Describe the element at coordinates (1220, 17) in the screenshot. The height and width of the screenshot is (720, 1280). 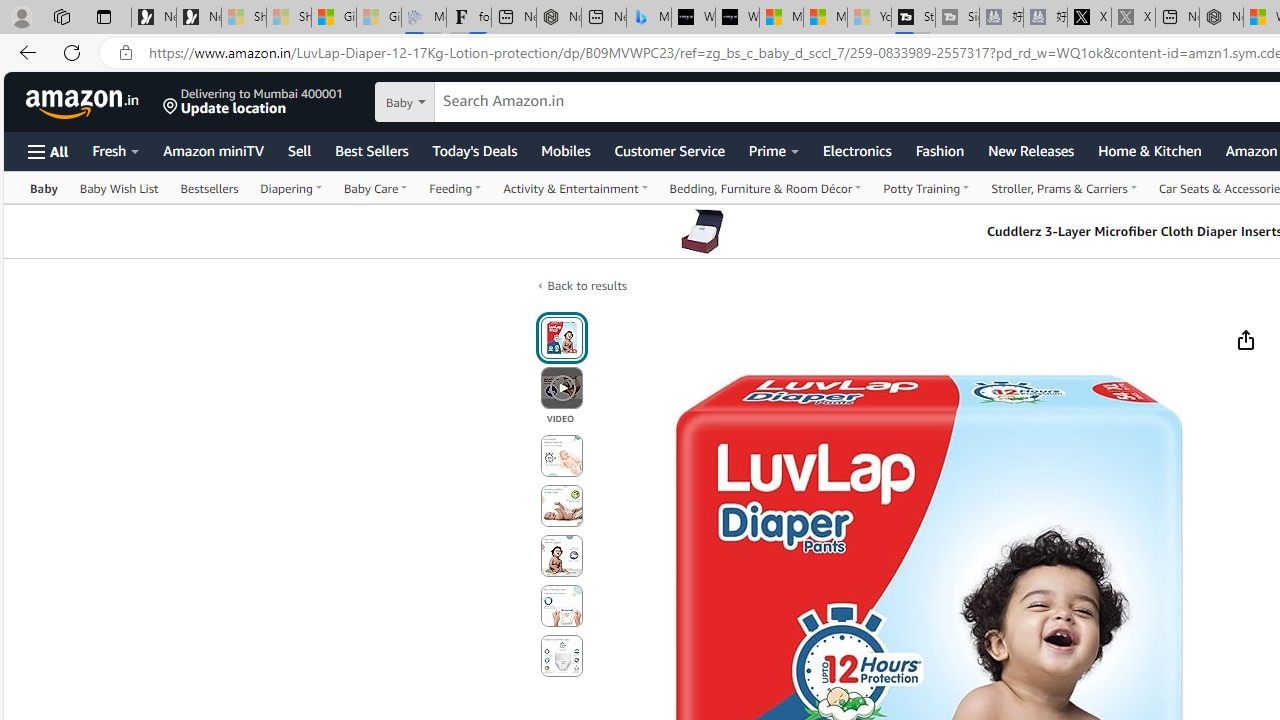
I see `'Nordace - My Account'` at that location.